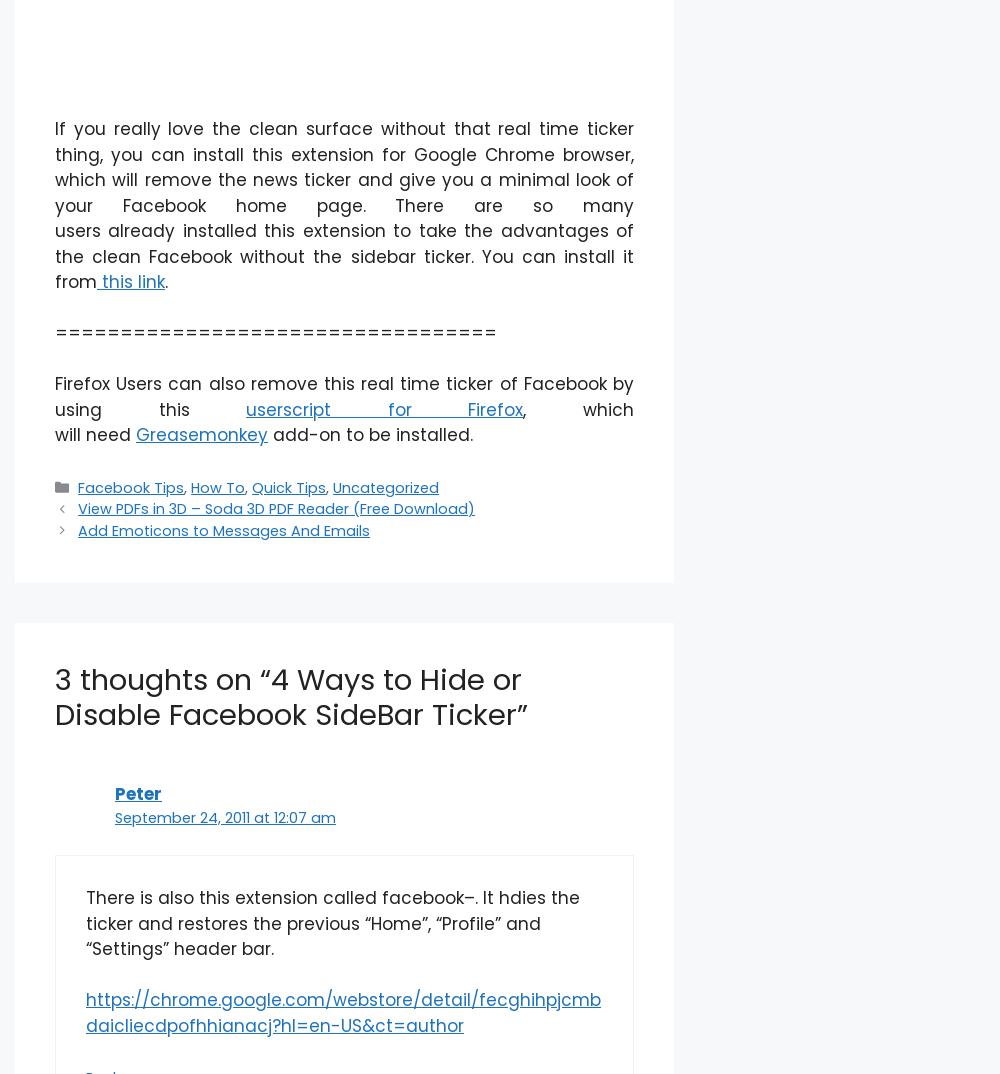 The width and height of the screenshot is (1000, 1074). Describe the element at coordinates (343, 421) in the screenshot. I see `', which will need'` at that location.